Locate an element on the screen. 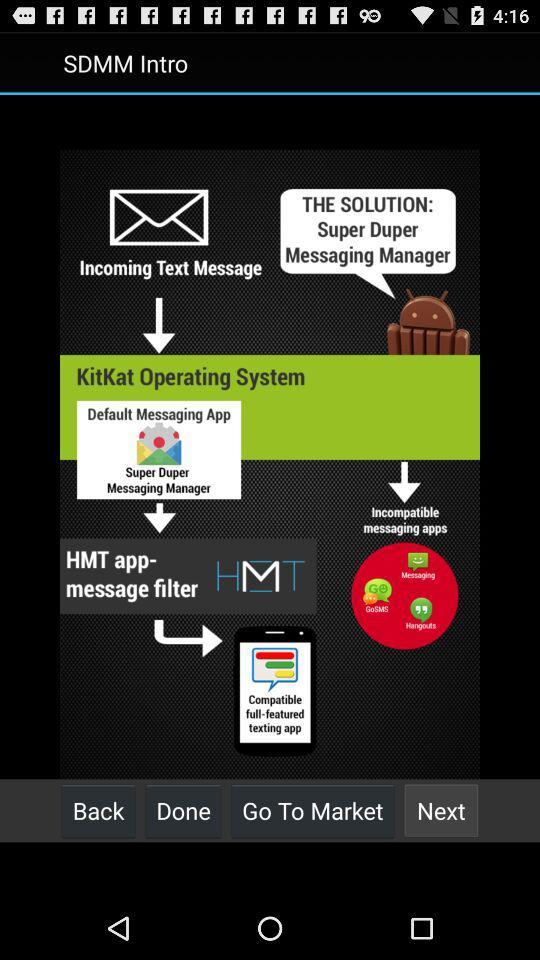 This screenshot has height=960, width=540. the back at the bottom left corner is located at coordinates (97, 810).